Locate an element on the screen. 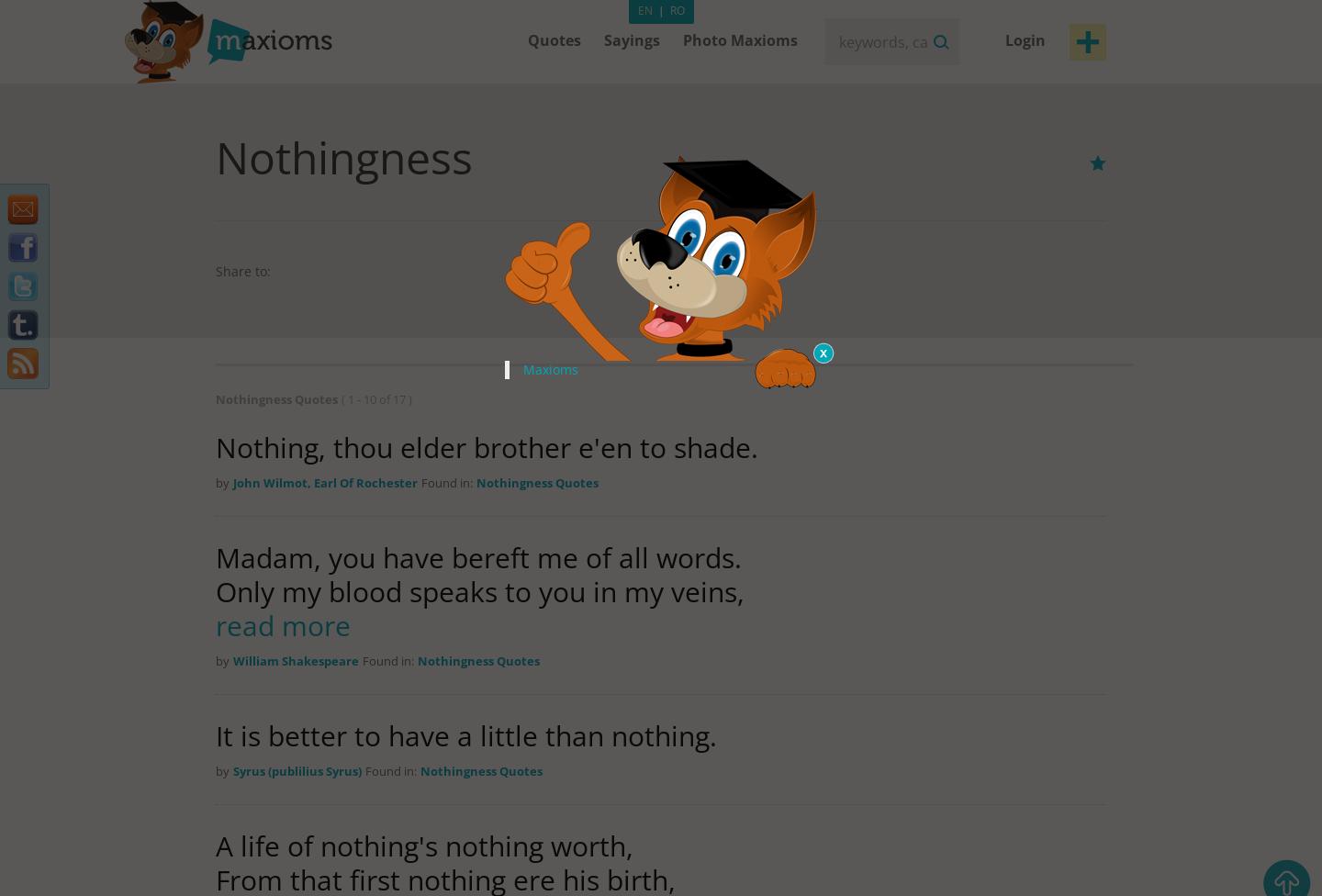 This screenshot has width=1322, height=896. 'Madam, you have bereft me of all words.' is located at coordinates (477, 557).